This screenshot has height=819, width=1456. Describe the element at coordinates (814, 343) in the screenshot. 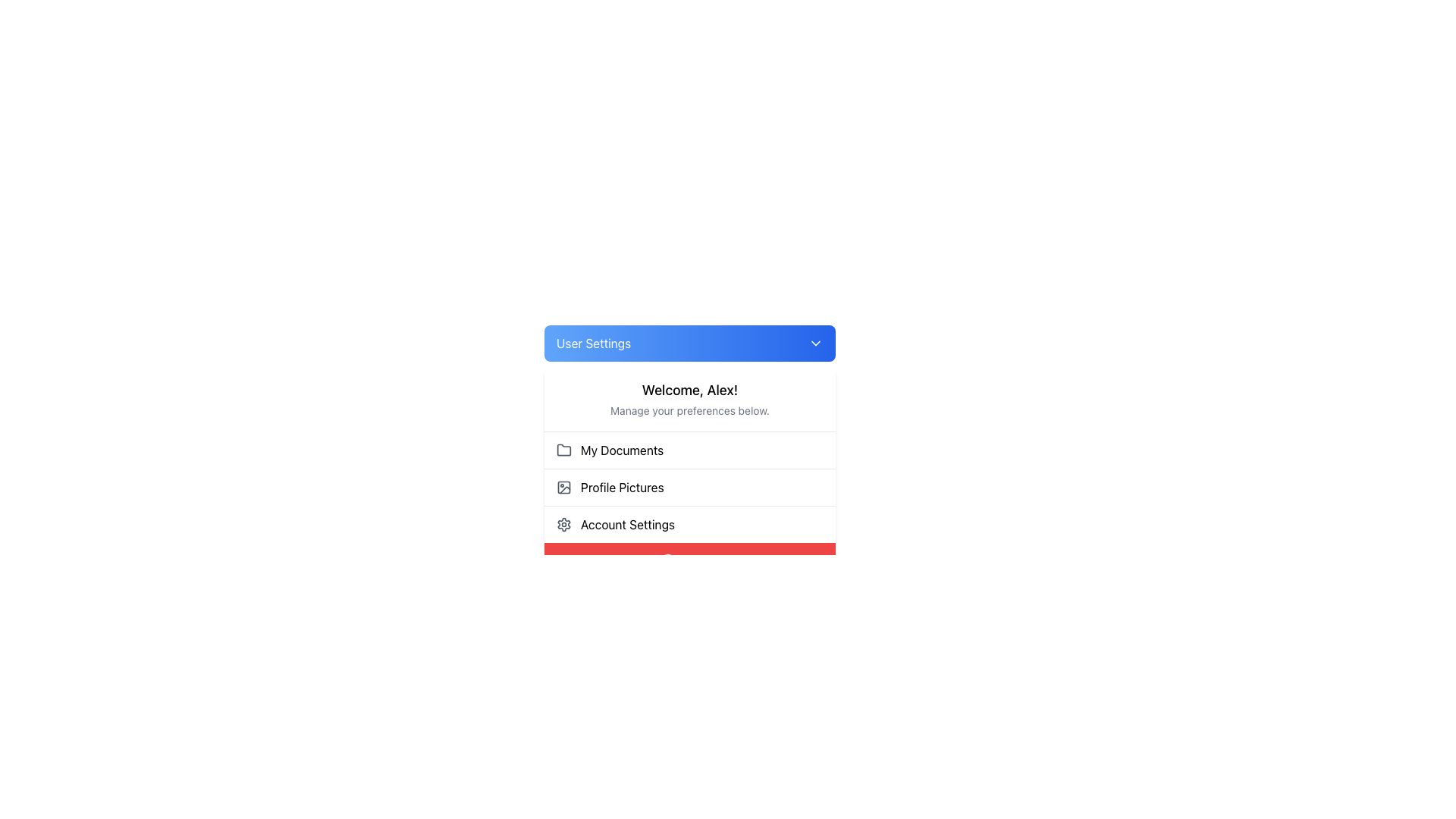

I see `the Dropdown Indicator Icon located at the top-right corner of the 'User Settings' bar, which indicates further options or a collapsible section` at that location.